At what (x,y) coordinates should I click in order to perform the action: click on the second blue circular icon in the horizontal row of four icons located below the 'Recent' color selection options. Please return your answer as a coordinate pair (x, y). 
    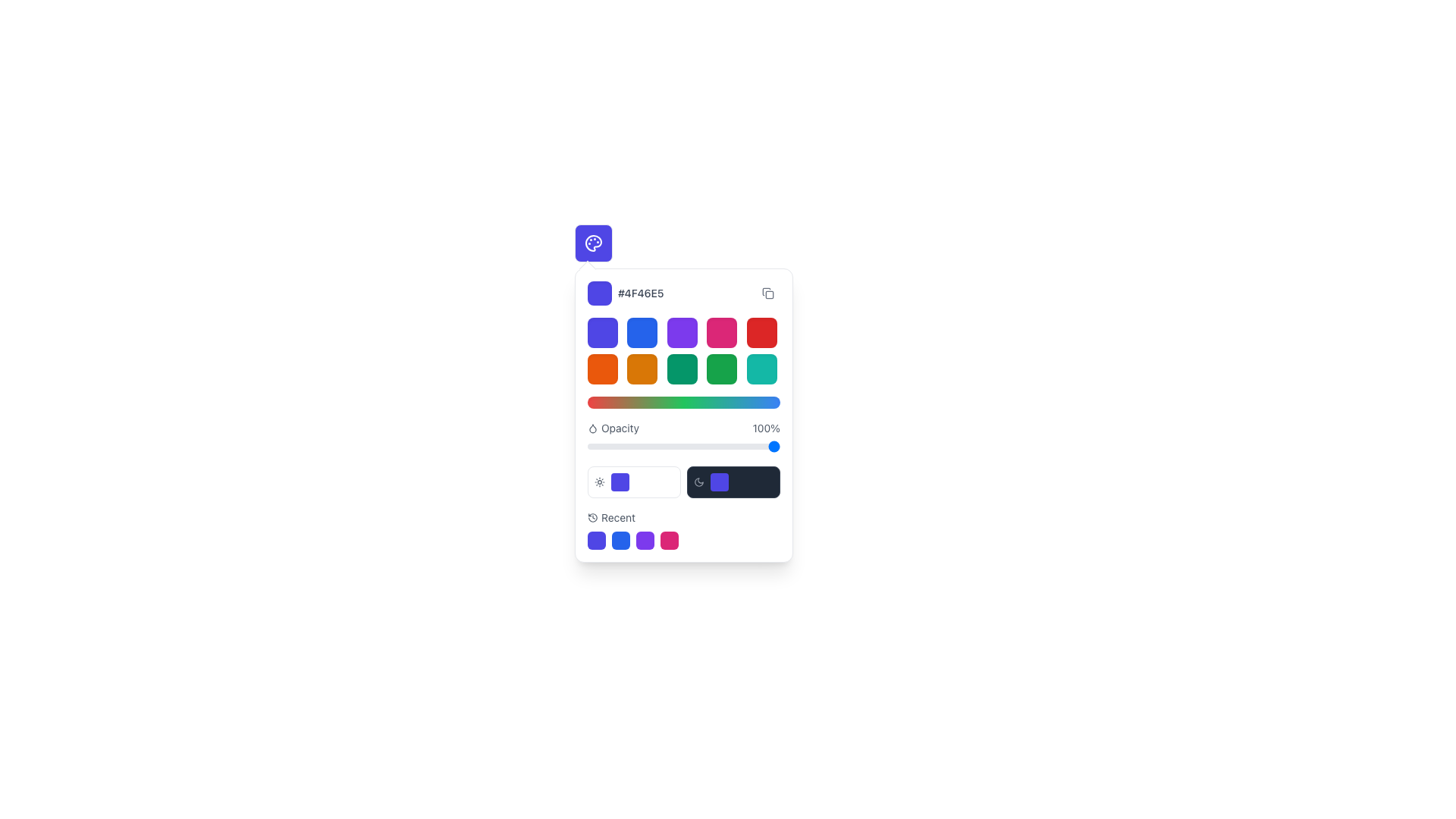
    Looking at the image, I should click on (621, 540).